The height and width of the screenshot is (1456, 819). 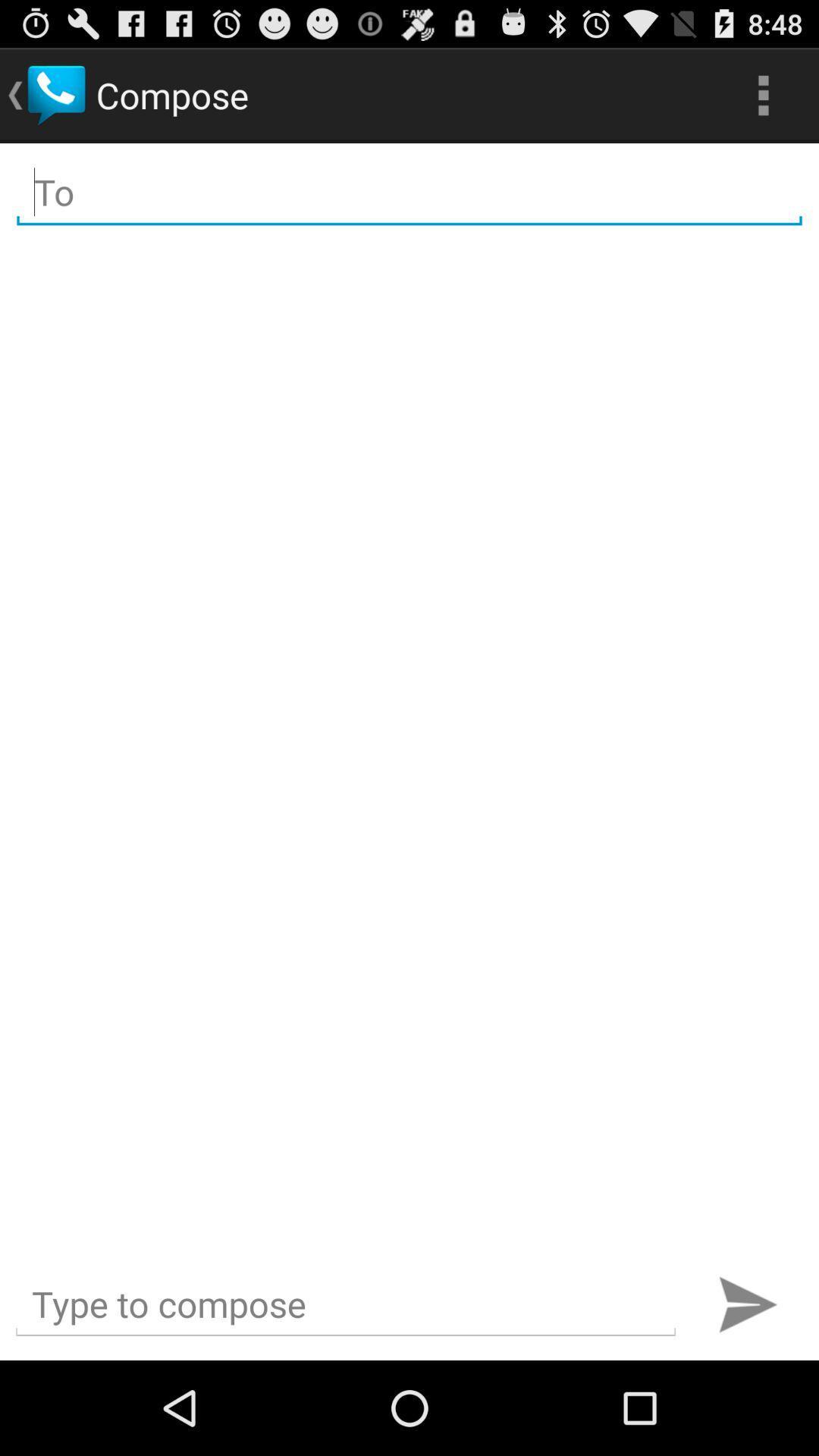 What do you see at coordinates (409, 192) in the screenshot?
I see `type receiver name` at bounding box center [409, 192].